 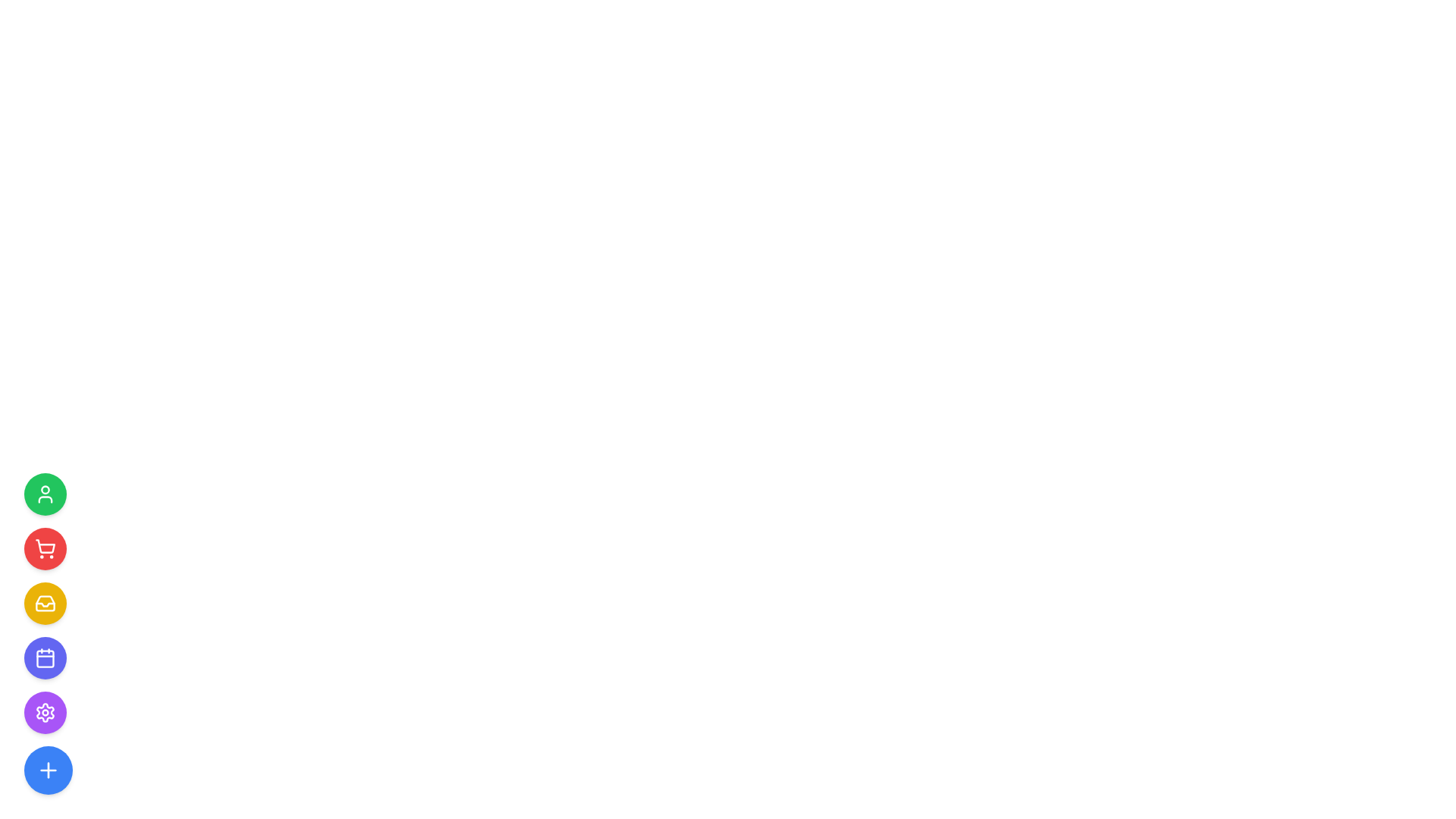 I want to click on the shopping cart button located in the sidebar, which is the second button from the top, so click(x=45, y=549).